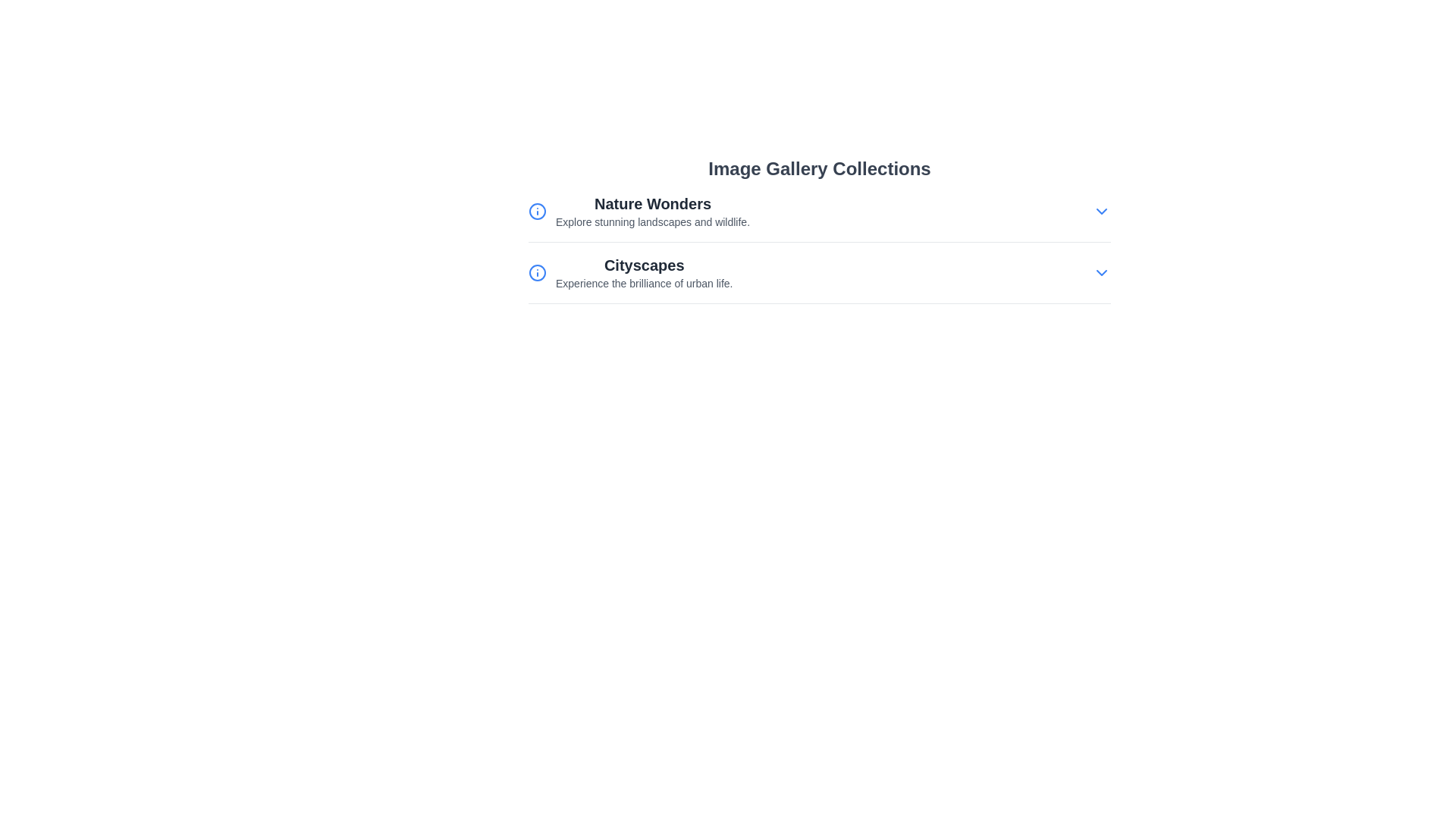 This screenshot has height=819, width=1456. What do you see at coordinates (1102, 211) in the screenshot?
I see `the dropdown icon for the 'Nature Wonders' section` at bounding box center [1102, 211].